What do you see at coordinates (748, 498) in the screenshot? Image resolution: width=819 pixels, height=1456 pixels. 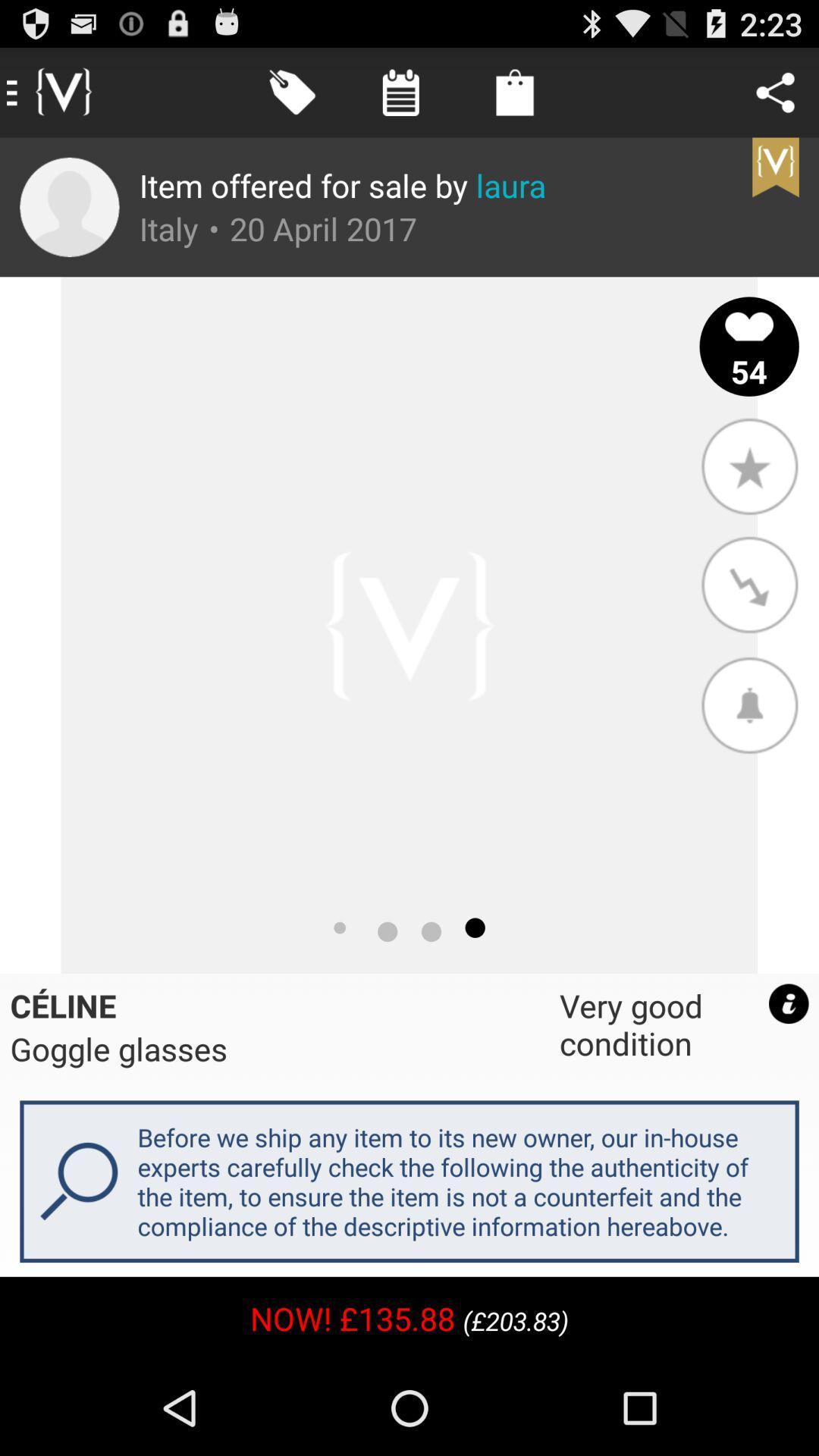 I see `the star icon` at bounding box center [748, 498].